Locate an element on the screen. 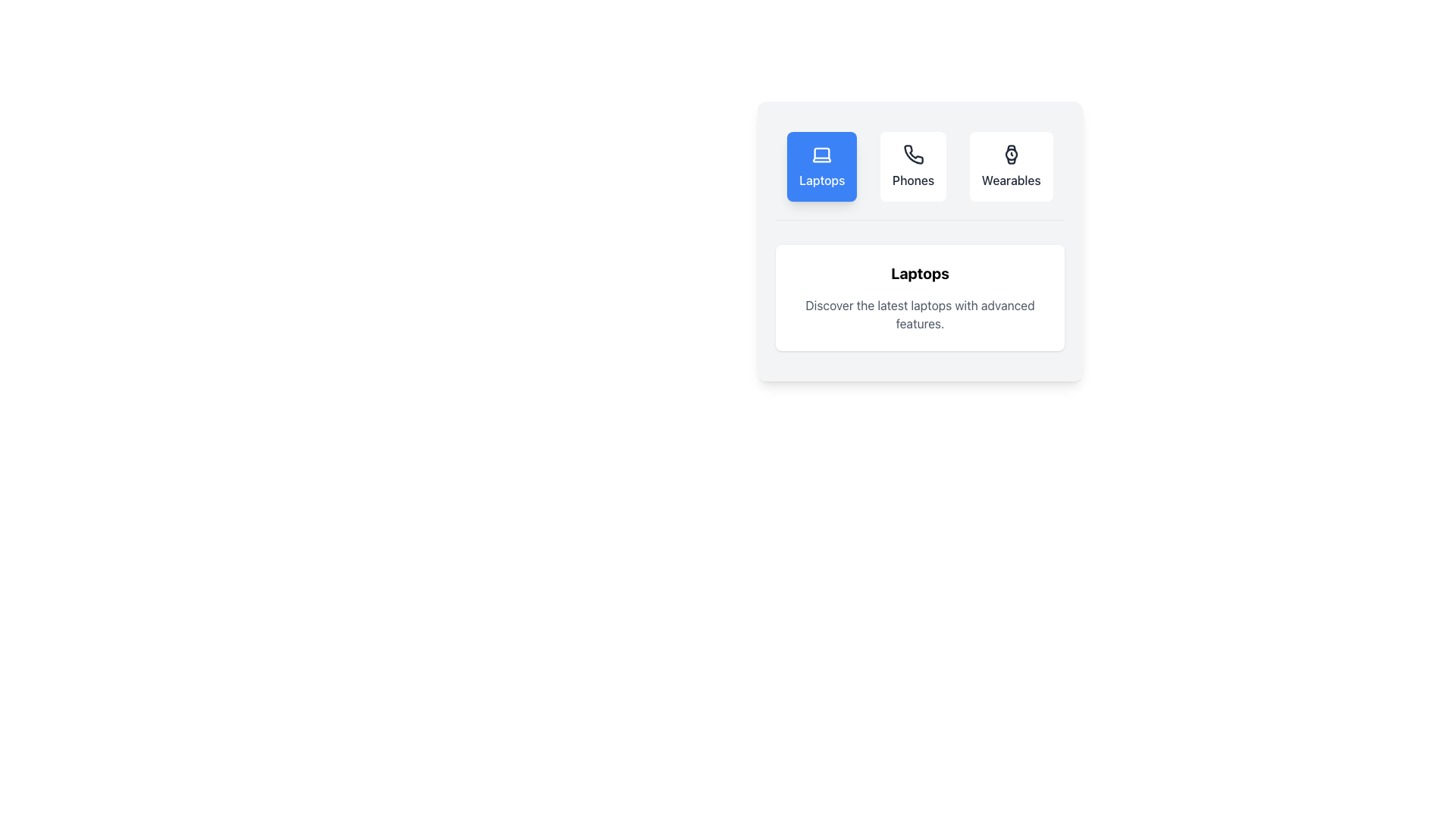 Image resolution: width=1456 pixels, height=819 pixels. the laptop icon, which is the first icon in the 'Laptops' button within the horizontal icon menu at the top left of the card-like interface is located at coordinates (821, 155).